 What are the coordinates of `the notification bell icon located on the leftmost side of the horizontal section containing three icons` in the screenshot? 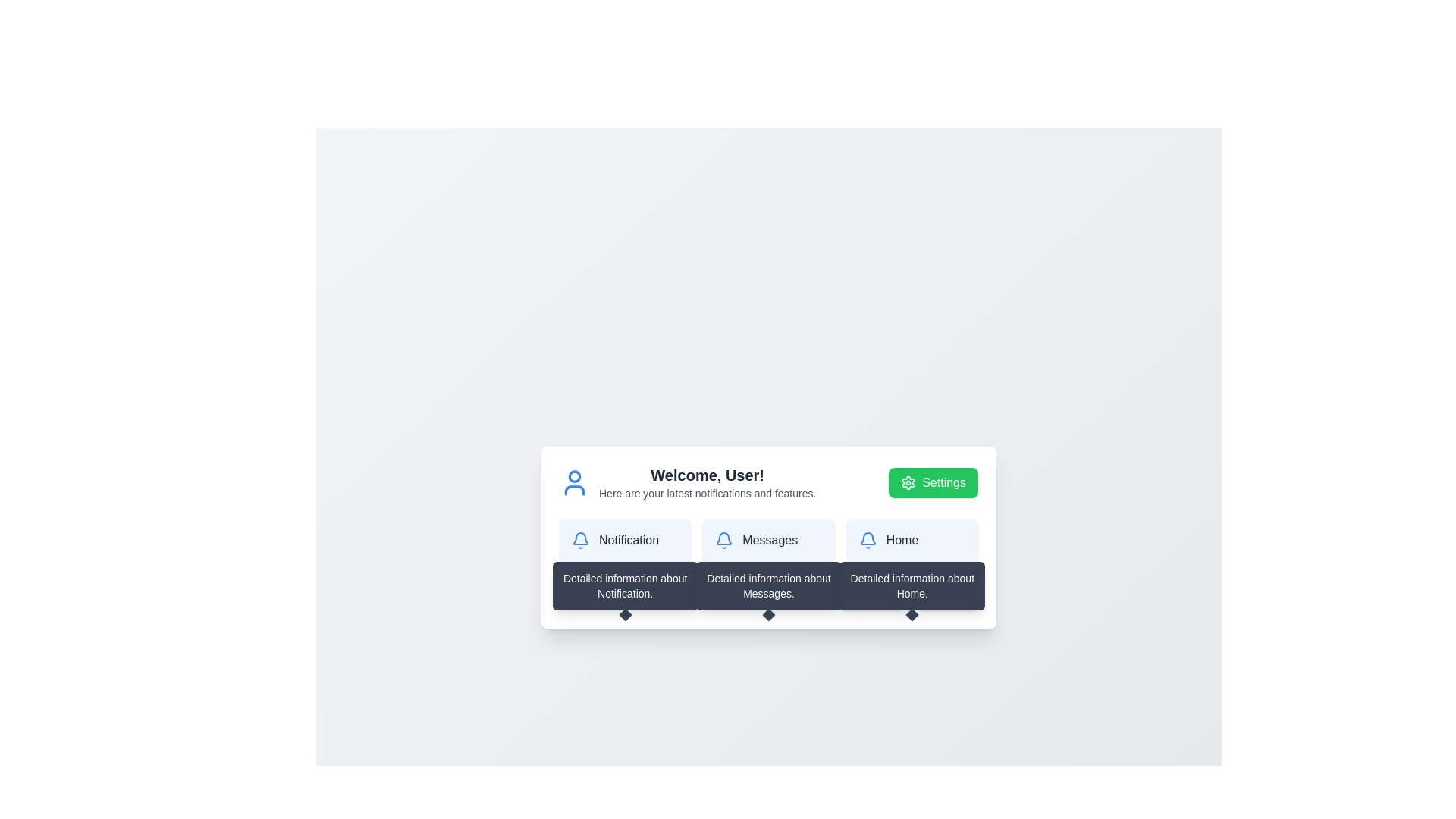 It's located at (580, 540).